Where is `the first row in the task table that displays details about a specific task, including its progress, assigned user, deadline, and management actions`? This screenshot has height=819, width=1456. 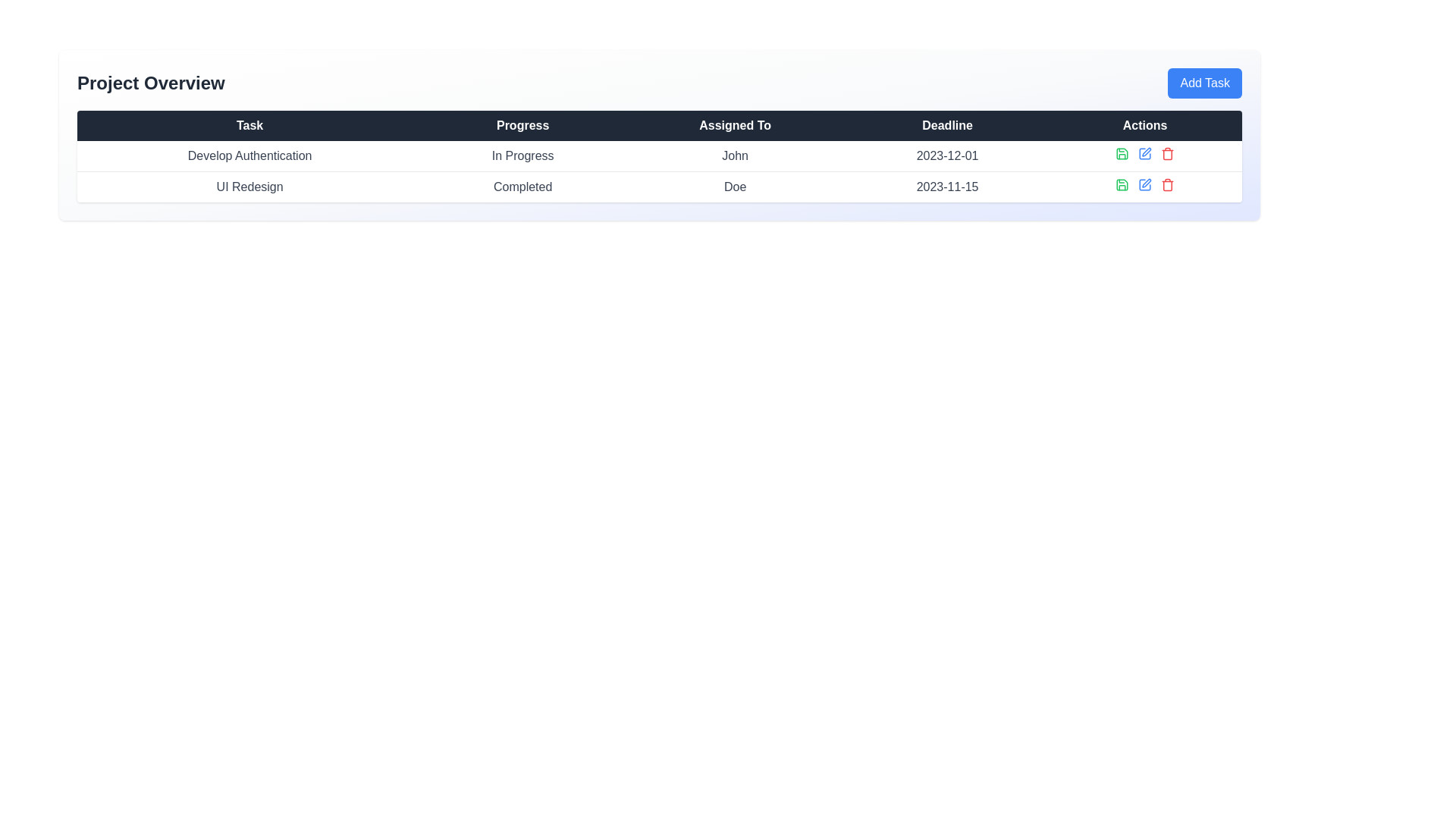 the first row in the task table that displays details about a specific task, including its progress, assigned user, deadline, and management actions is located at coordinates (659, 171).